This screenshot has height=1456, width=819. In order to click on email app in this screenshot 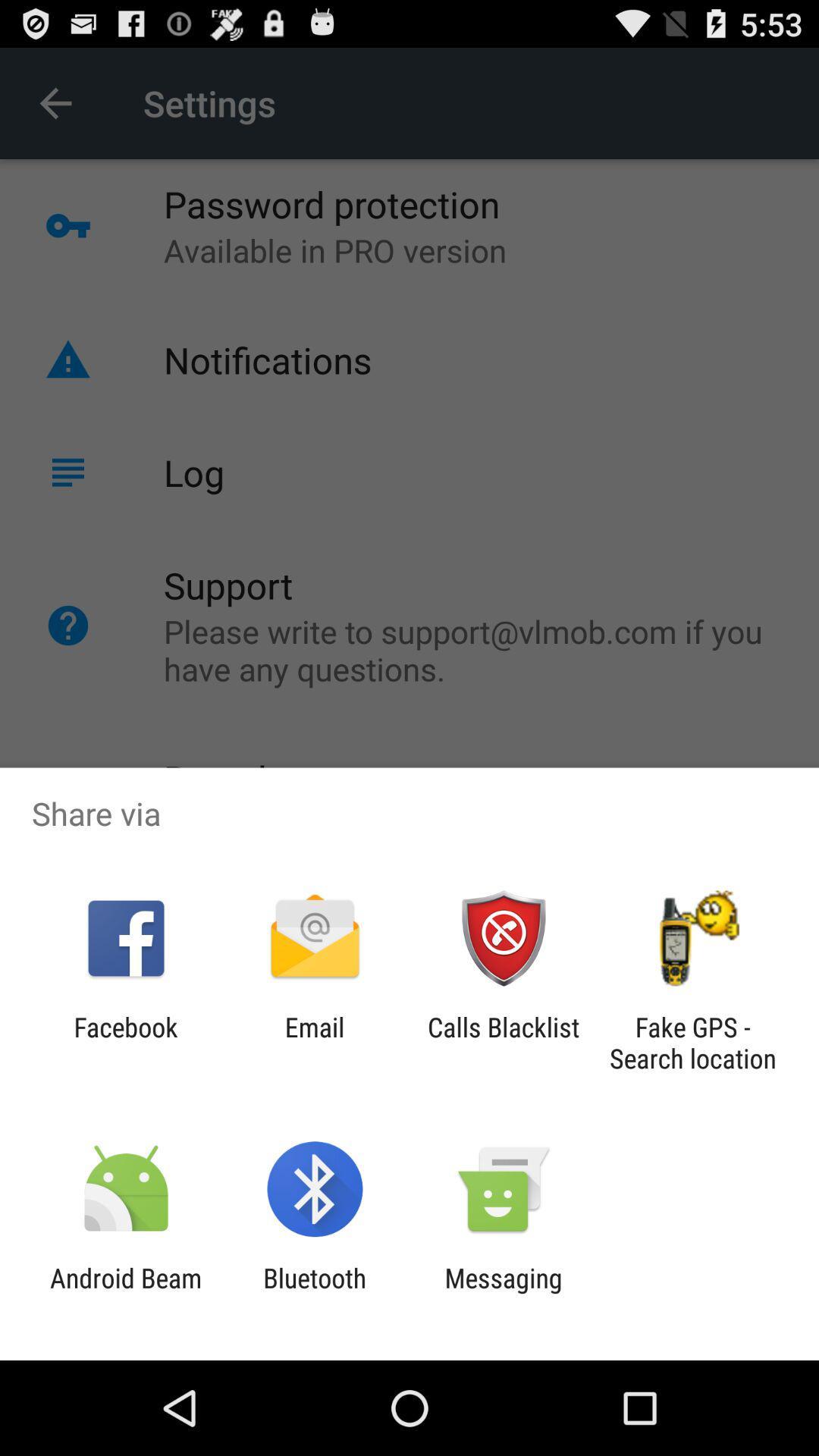, I will do `click(314, 1042)`.